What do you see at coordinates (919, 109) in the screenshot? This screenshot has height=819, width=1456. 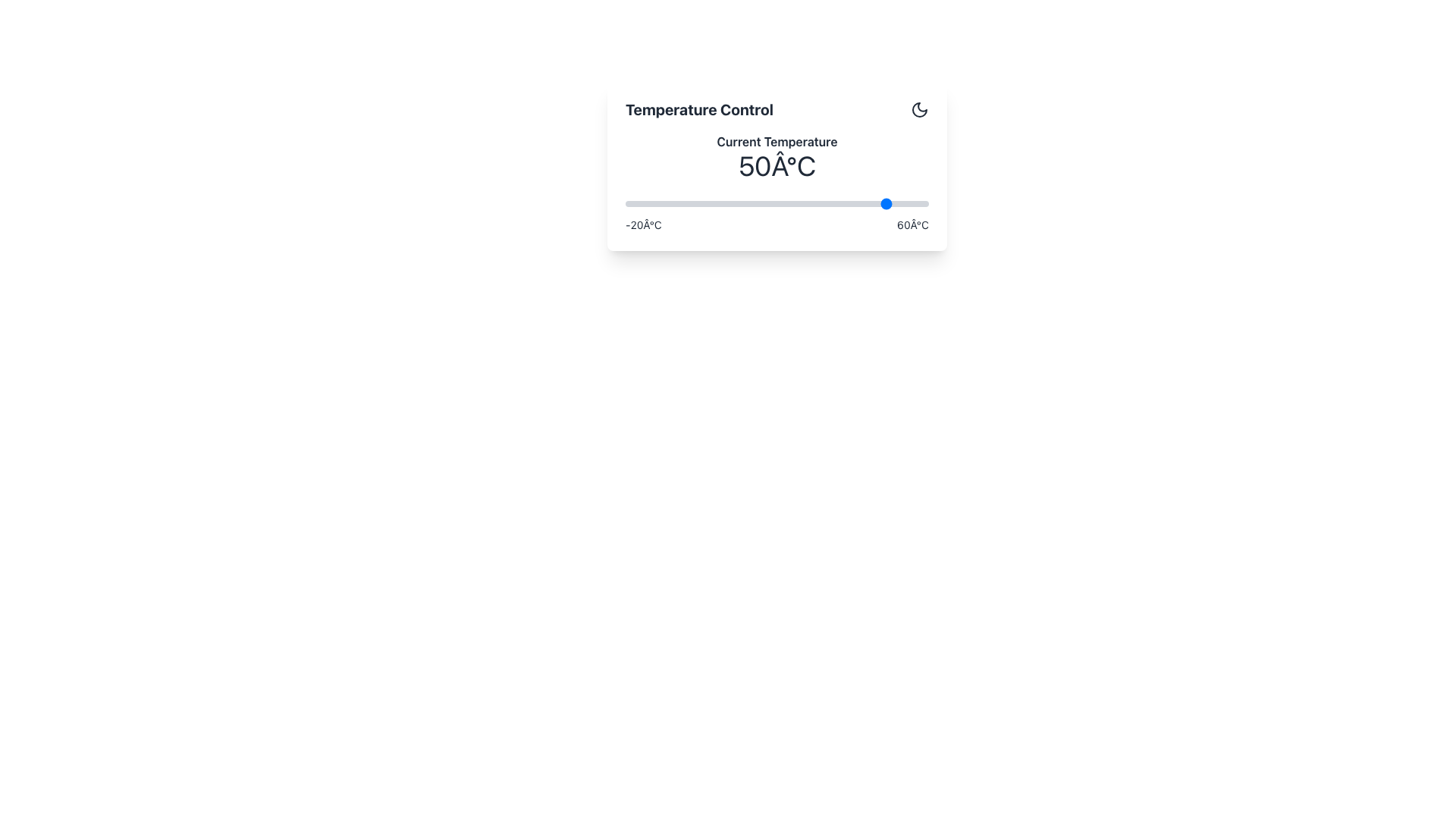 I see `the moon-themed icon located in the top-right corner of the temperature control card` at bounding box center [919, 109].